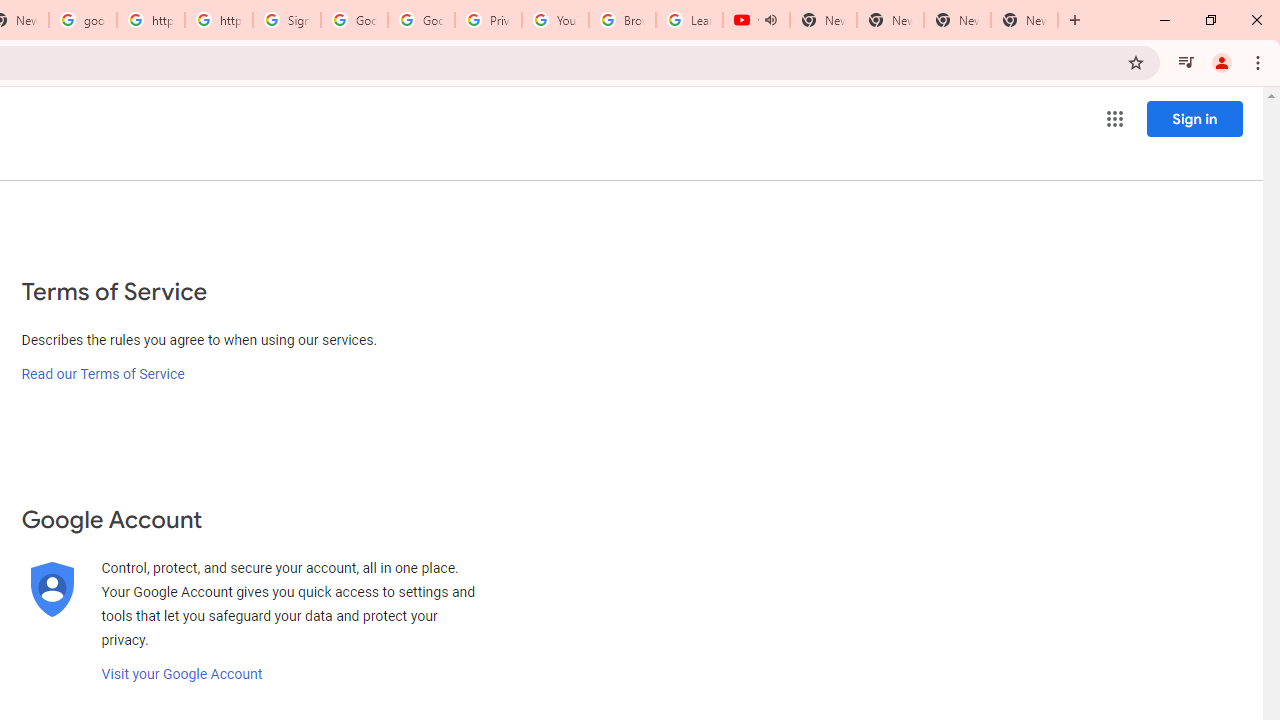 This screenshot has height=720, width=1280. What do you see at coordinates (555, 20) in the screenshot?
I see `'YouTube'` at bounding box center [555, 20].